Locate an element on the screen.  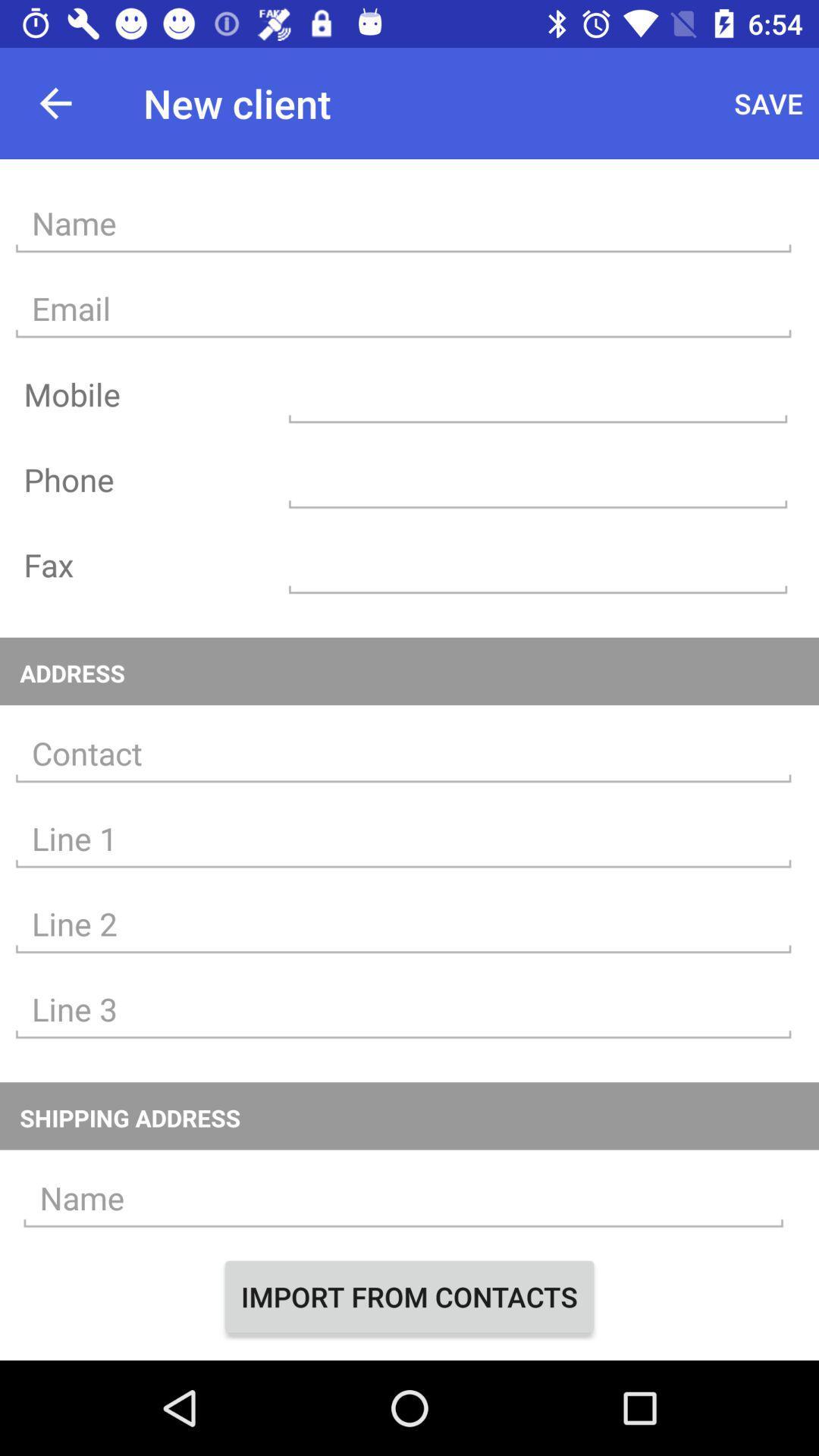
phone number is located at coordinates (537, 479).